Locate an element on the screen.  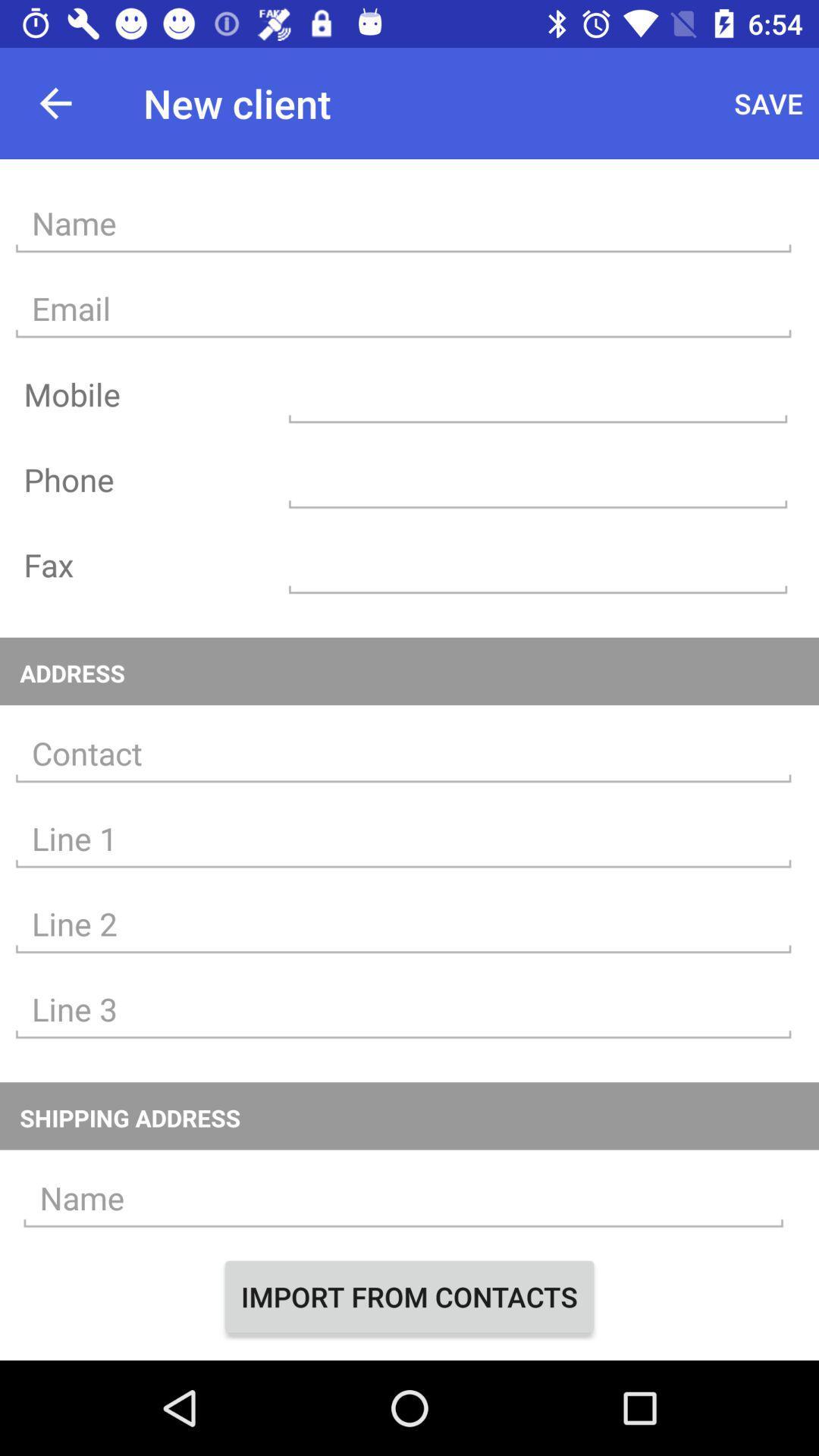
phone number is located at coordinates (537, 479).